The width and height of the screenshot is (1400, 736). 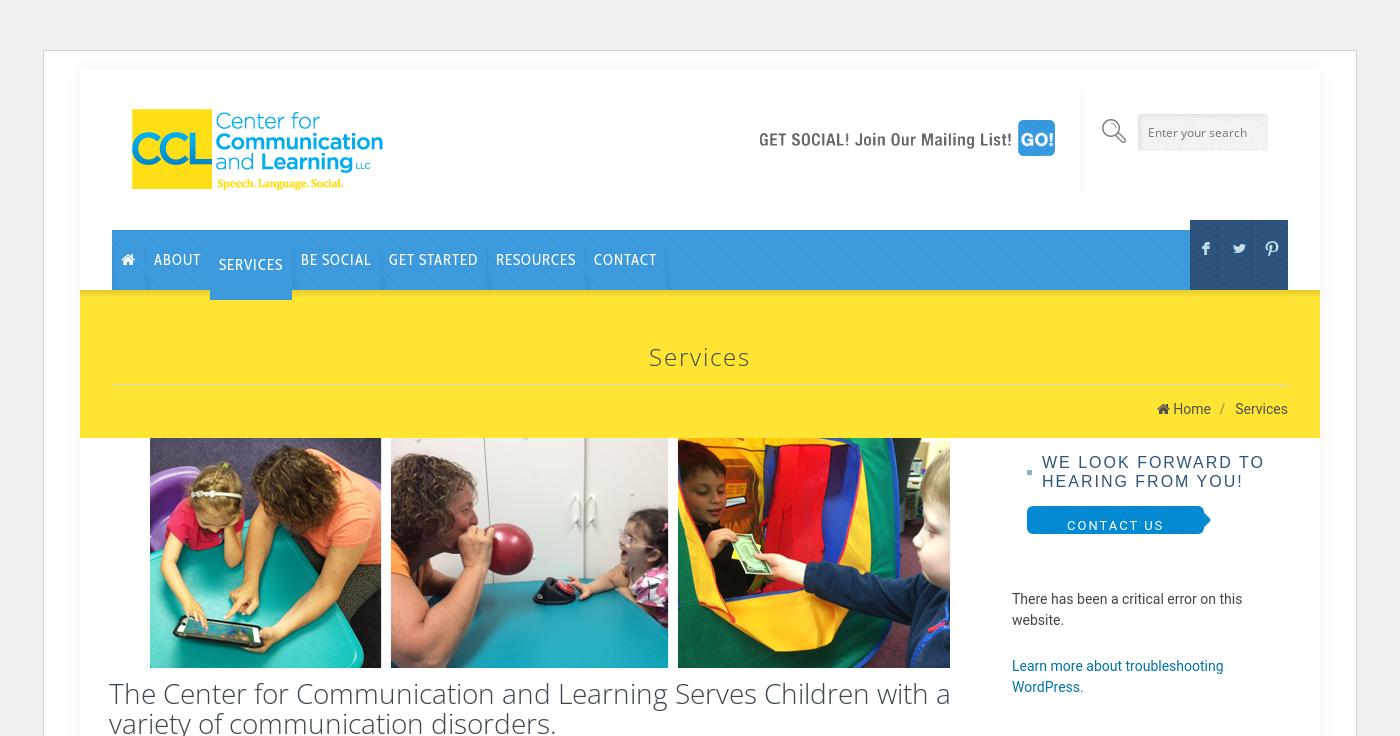 I want to click on 'We look forward to hearing from you!', so click(x=1153, y=470).